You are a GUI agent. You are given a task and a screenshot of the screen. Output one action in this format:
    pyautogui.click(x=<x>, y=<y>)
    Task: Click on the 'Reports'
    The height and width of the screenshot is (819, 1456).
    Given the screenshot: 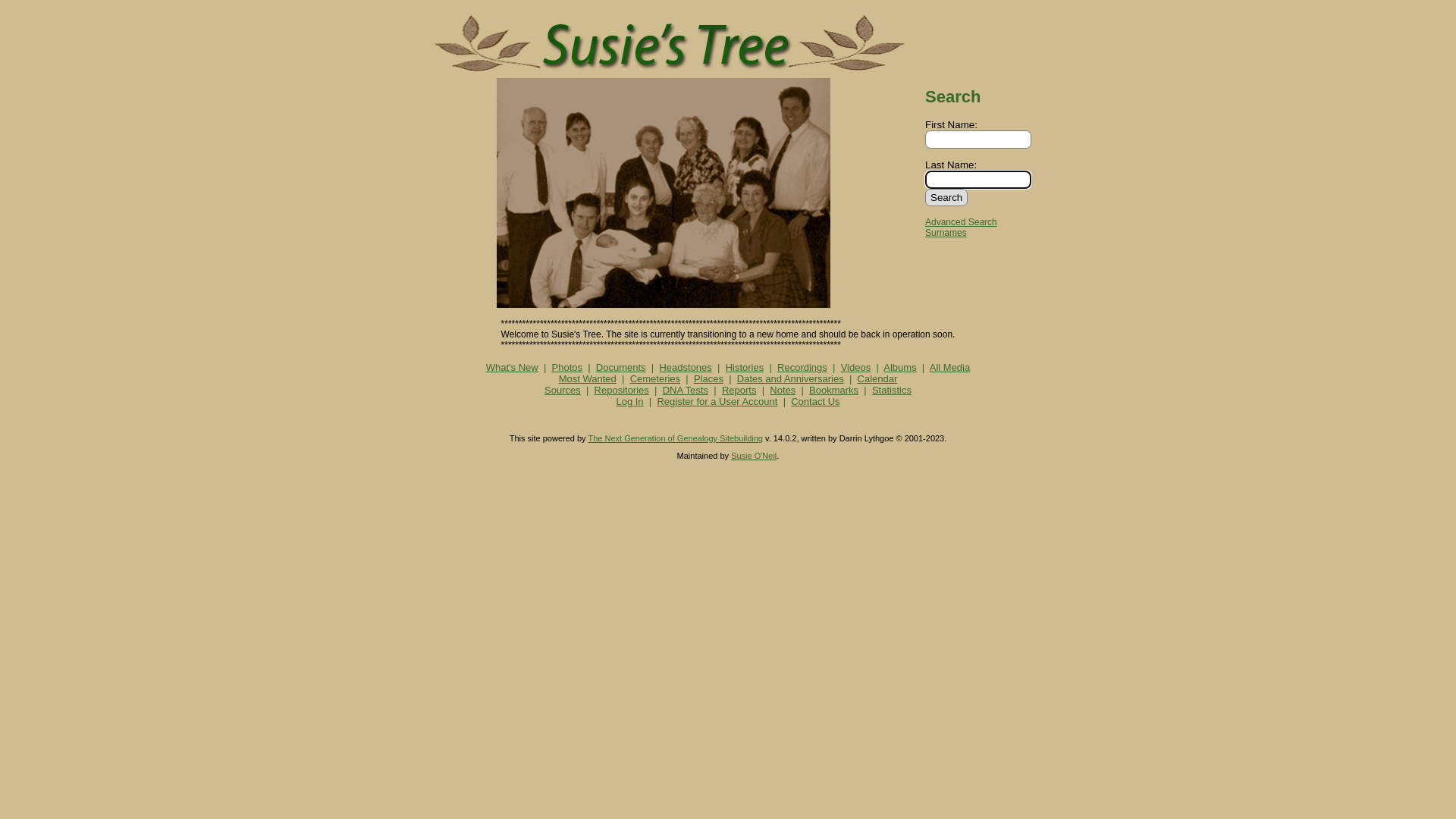 What is the action you would take?
    pyautogui.click(x=720, y=389)
    